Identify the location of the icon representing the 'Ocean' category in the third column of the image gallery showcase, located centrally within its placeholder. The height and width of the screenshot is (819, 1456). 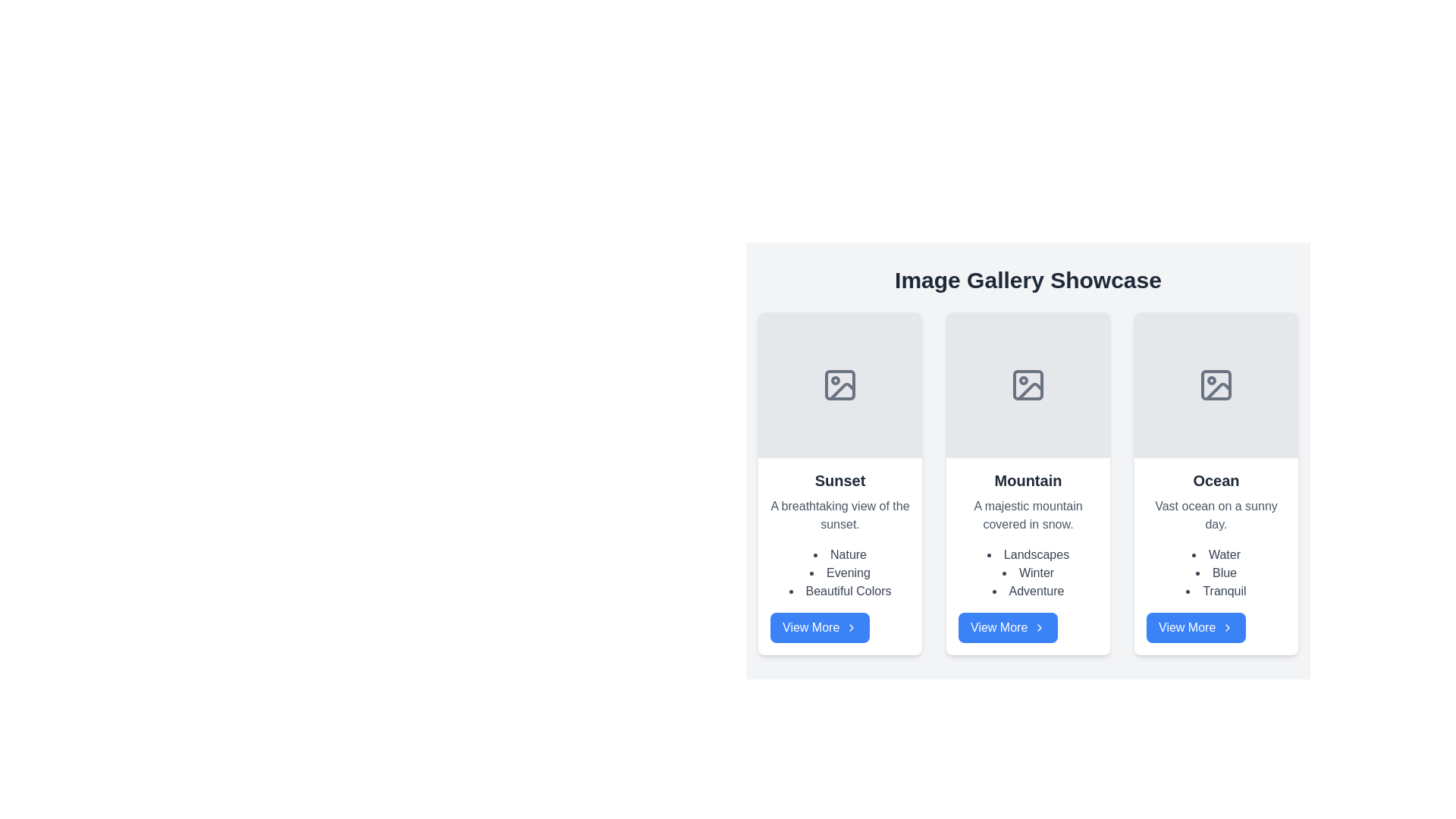
(1216, 384).